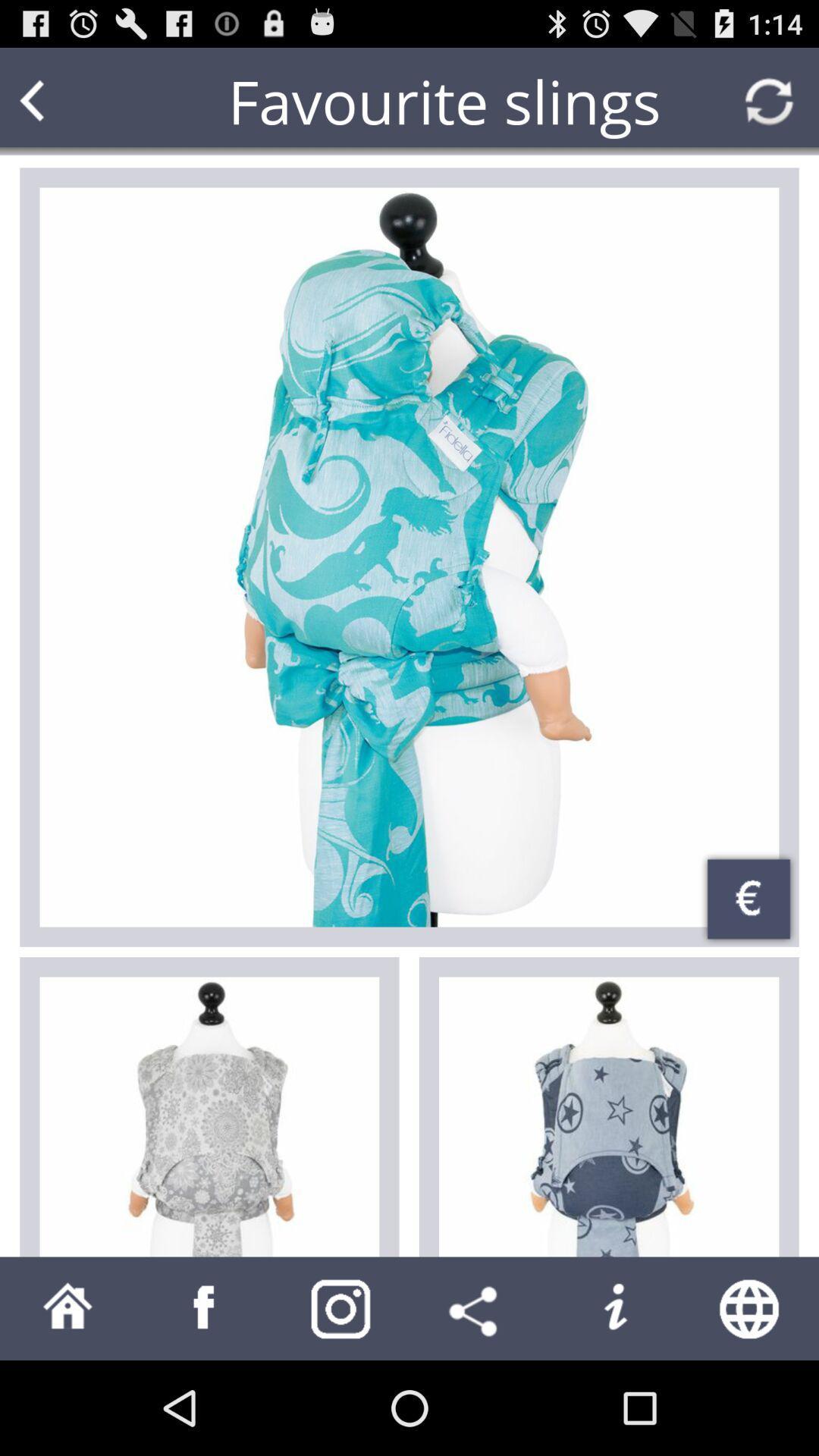  Describe the element at coordinates (476, 1307) in the screenshot. I see `share the article` at that location.